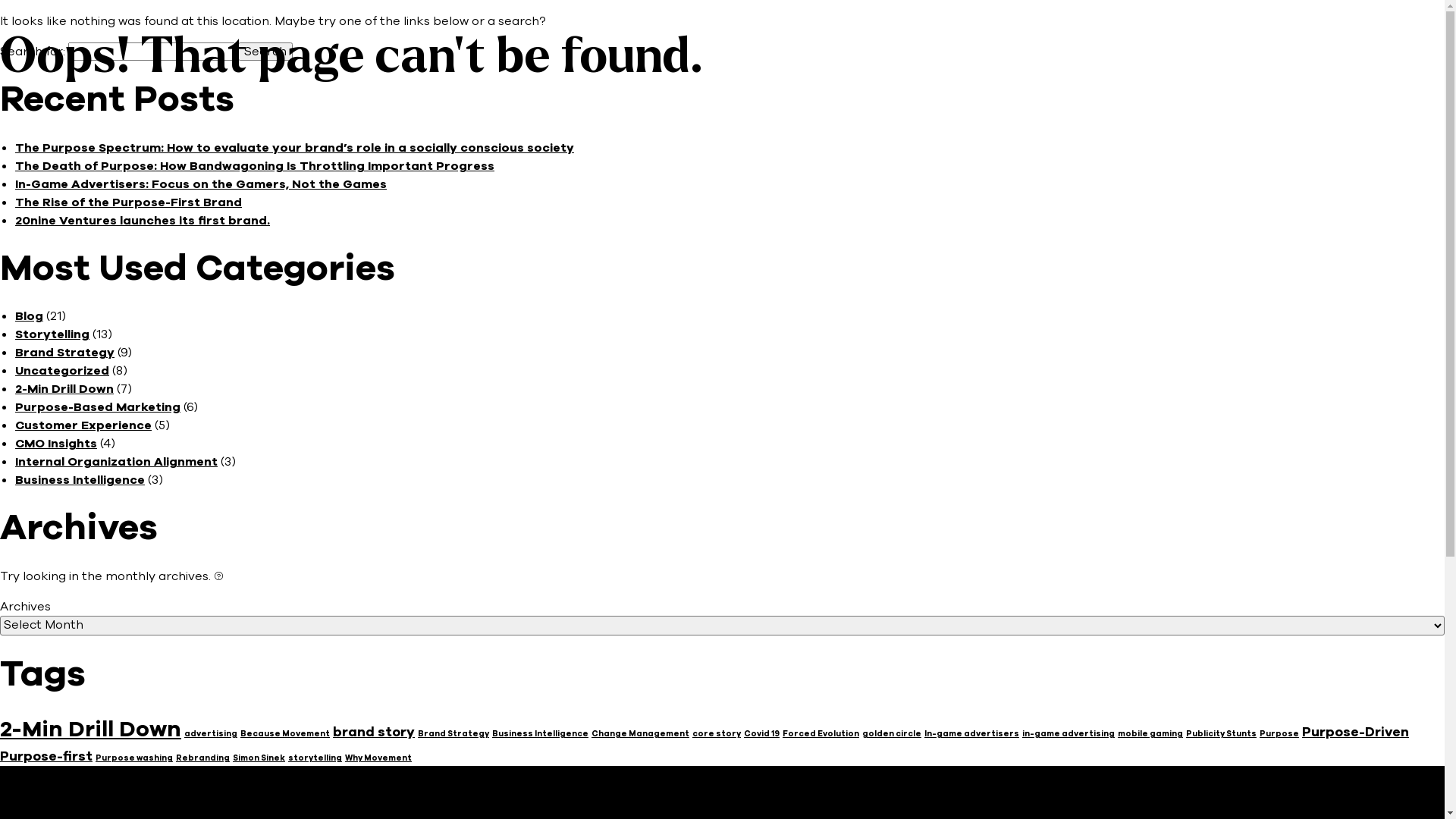  Describe the element at coordinates (1221, 733) in the screenshot. I see `'Publicity Stunts'` at that location.